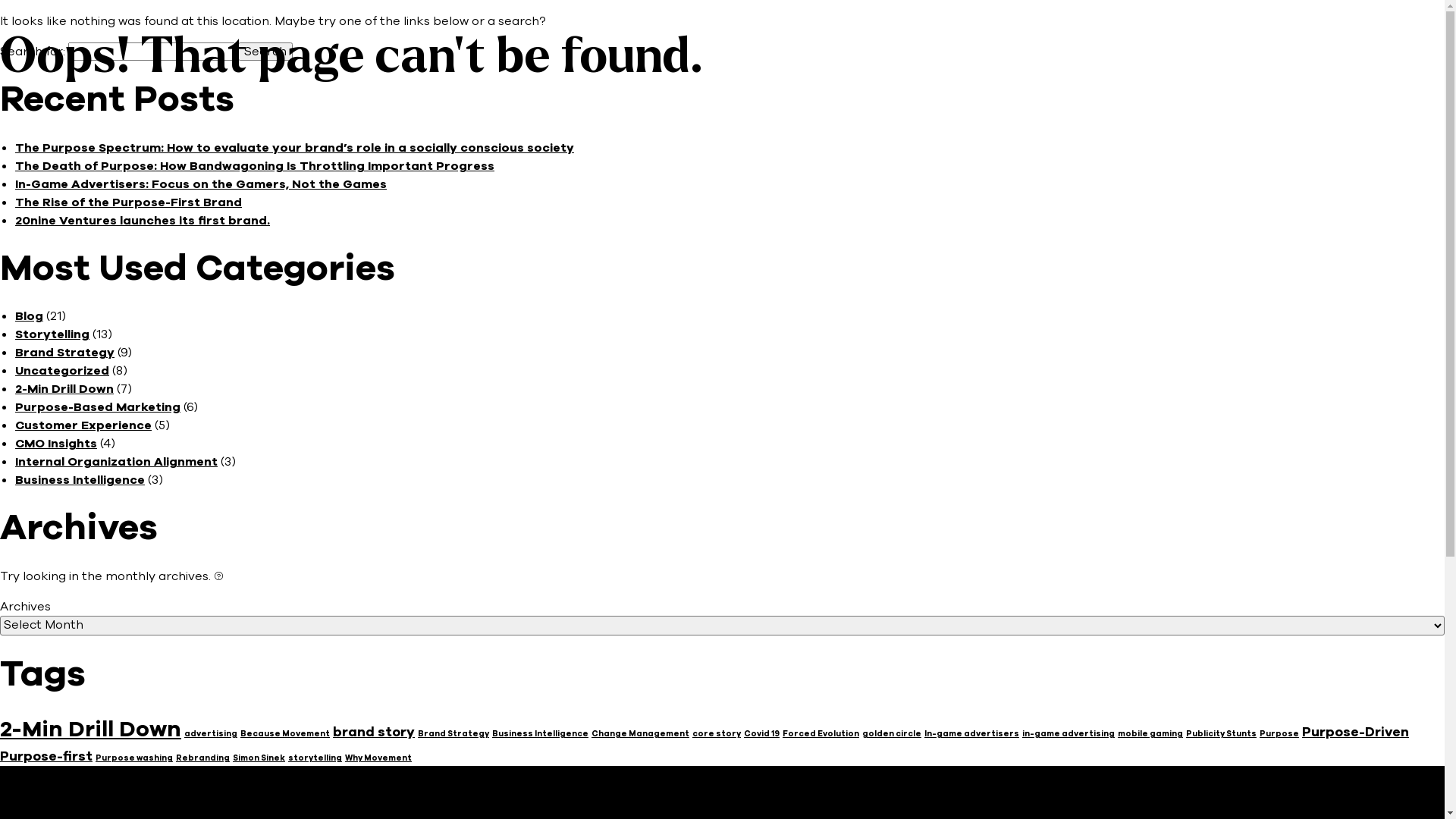  Describe the element at coordinates (1221, 733) in the screenshot. I see `'Publicity Stunts'` at that location.